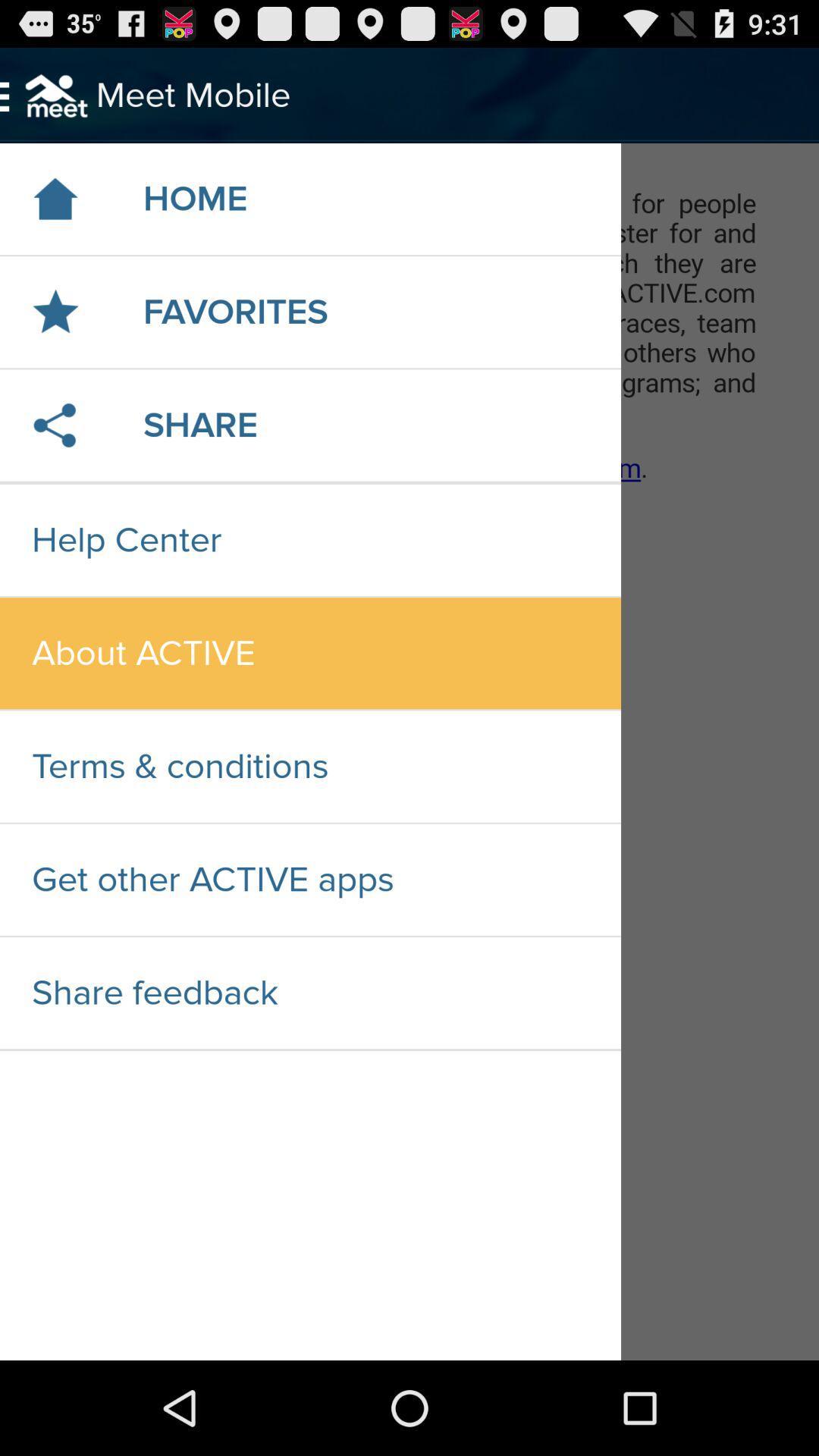 This screenshot has height=1456, width=819. I want to click on the share feedback icon, so click(309, 993).